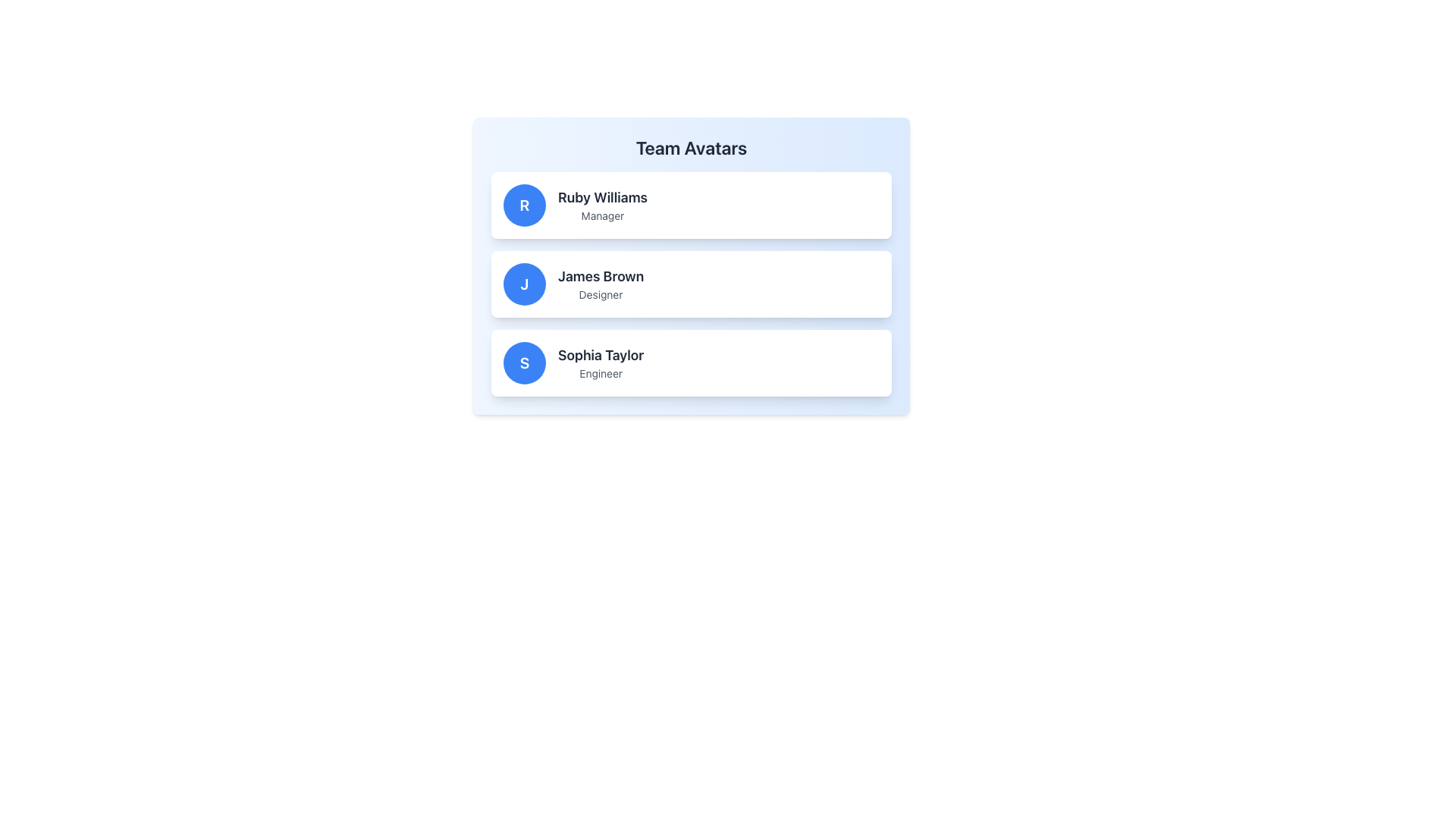  Describe the element at coordinates (602, 216) in the screenshot. I see `the text label displaying 'Manager', which is a small gray font positioned directly below 'Ruby Williams' in the profile layout` at that location.